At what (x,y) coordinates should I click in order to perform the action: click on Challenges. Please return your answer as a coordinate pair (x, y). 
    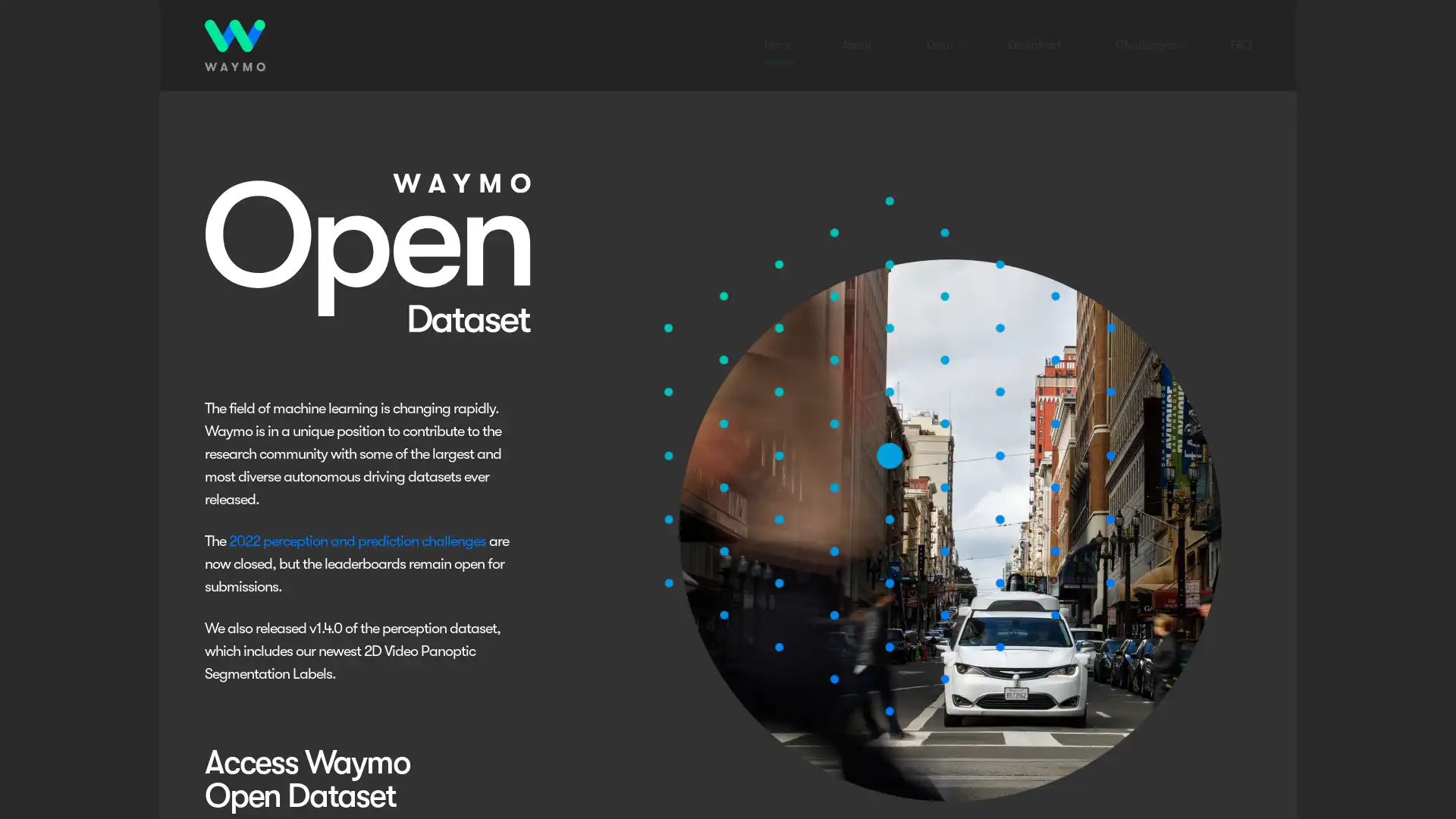
    Looking at the image, I should click on (1144, 45).